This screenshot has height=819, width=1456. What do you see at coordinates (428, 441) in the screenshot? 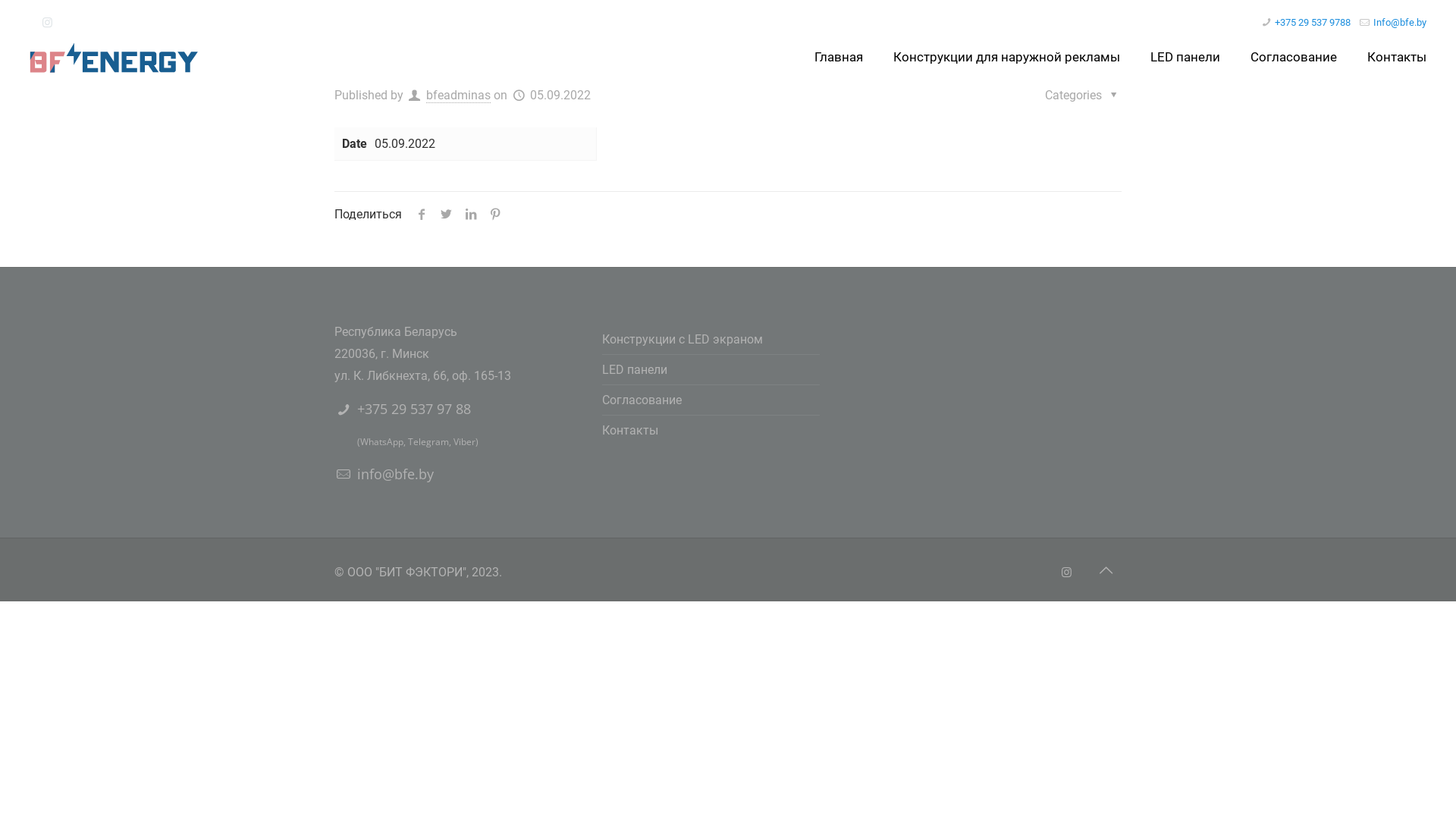
I see `'Telegram'` at bounding box center [428, 441].